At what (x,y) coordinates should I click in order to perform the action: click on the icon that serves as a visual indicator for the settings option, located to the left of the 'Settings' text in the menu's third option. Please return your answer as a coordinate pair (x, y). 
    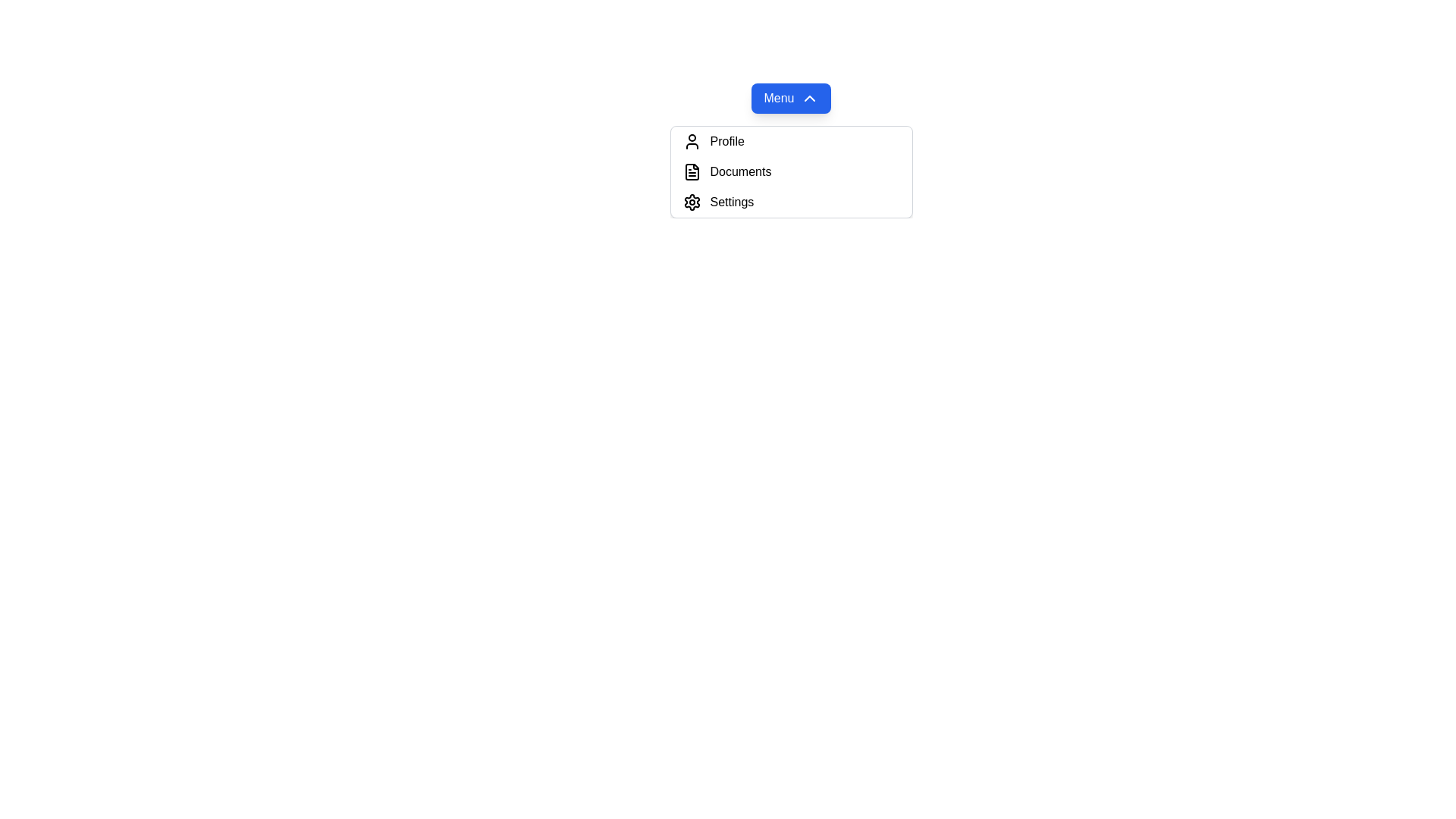
    Looking at the image, I should click on (691, 201).